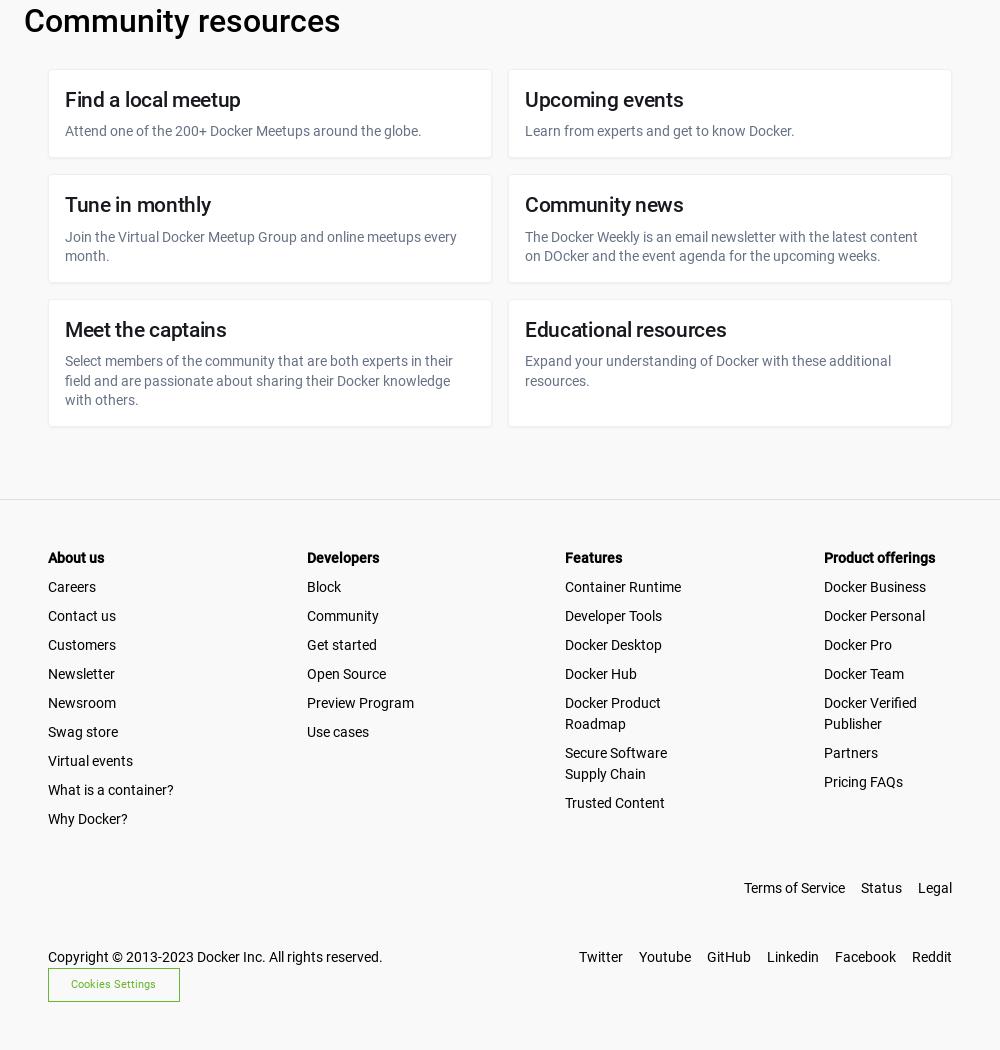 Image resolution: width=1000 pixels, height=1050 pixels. Describe the element at coordinates (336, 730) in the screenshot. I see `'Use cases'` at that location.